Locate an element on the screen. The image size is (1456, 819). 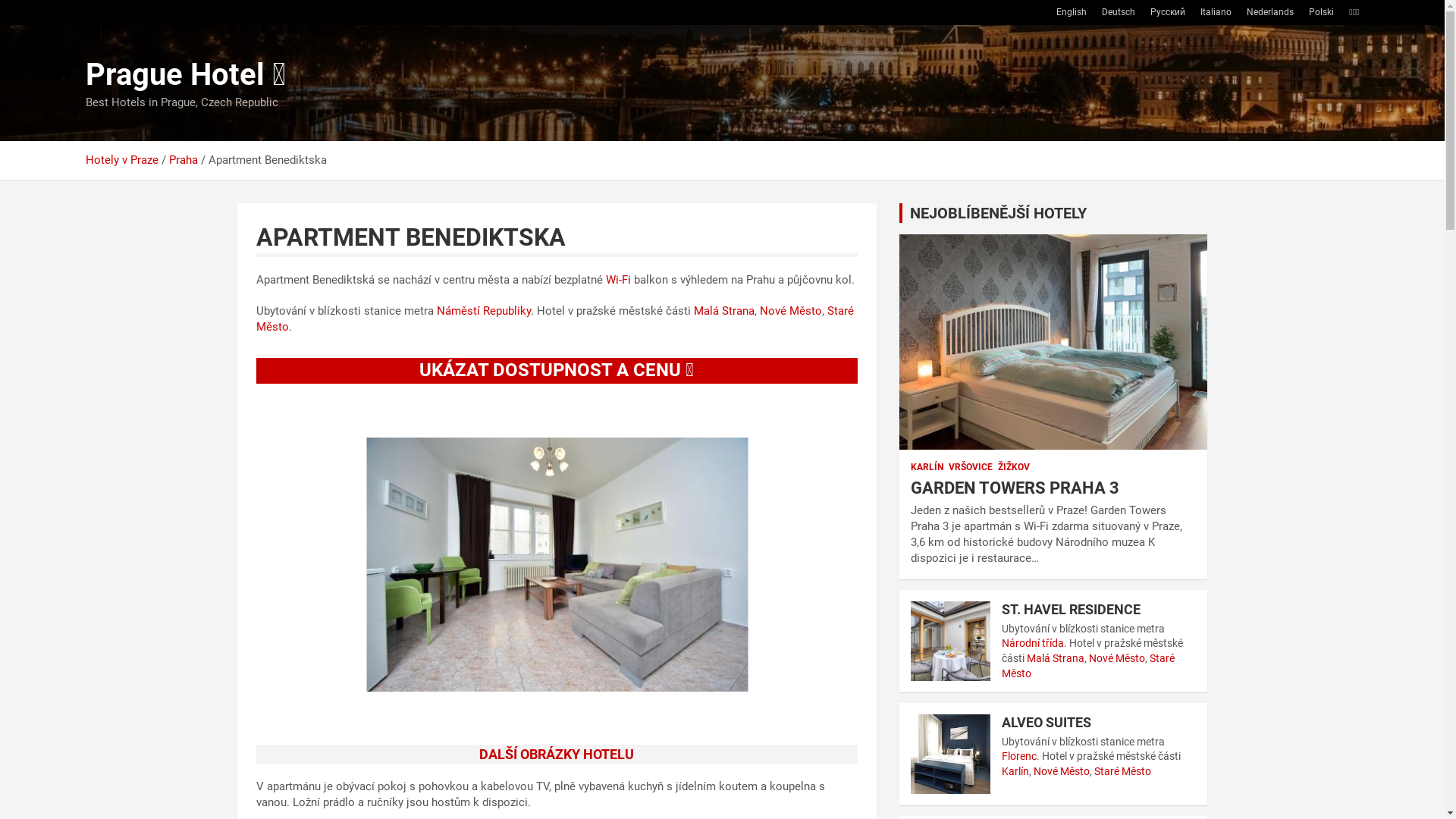
'Skip to content' is located at coordinates (0, 0).